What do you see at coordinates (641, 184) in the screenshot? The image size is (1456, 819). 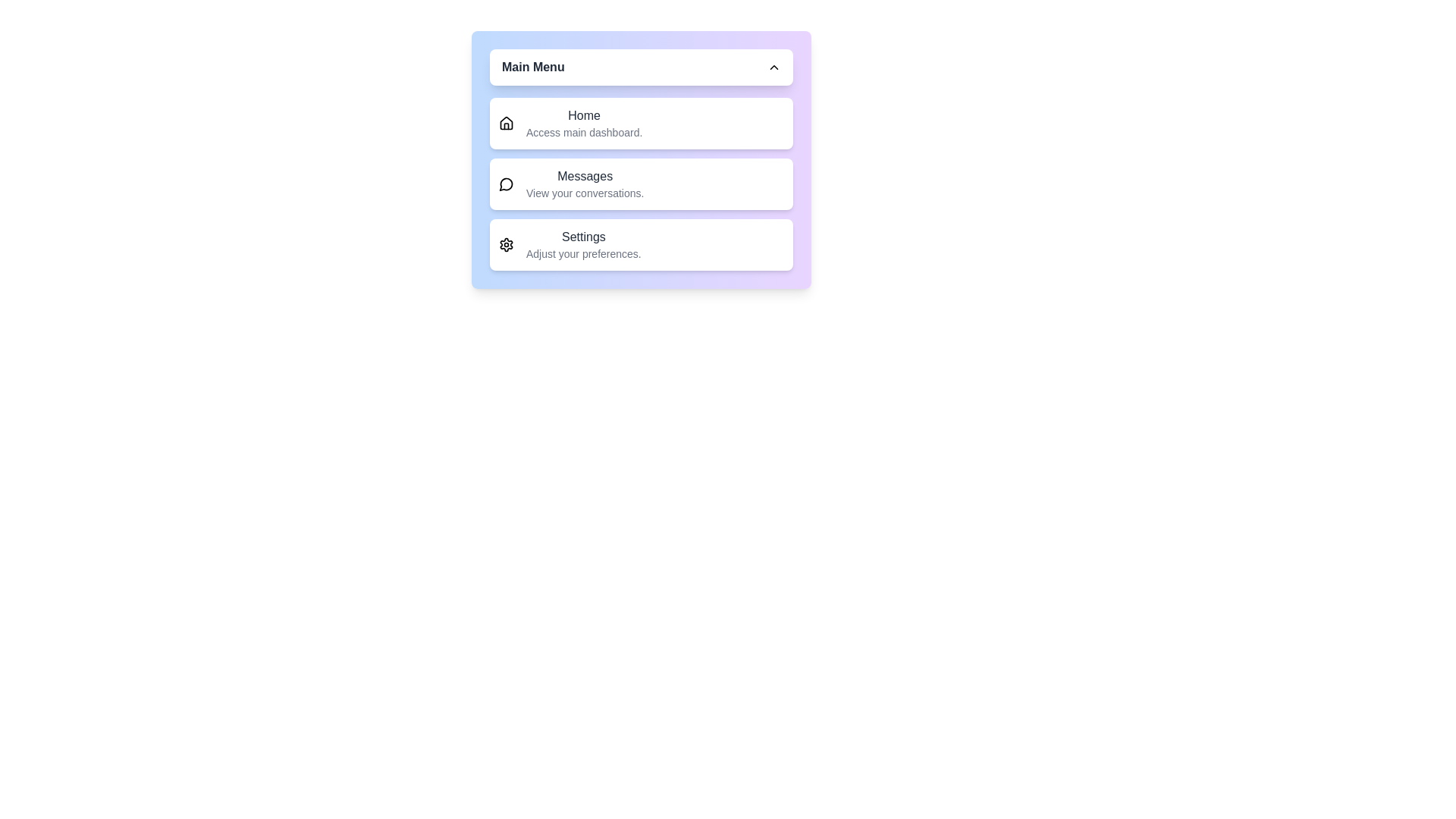 I see `the menu option Messages` at bounding box center [641, 184].